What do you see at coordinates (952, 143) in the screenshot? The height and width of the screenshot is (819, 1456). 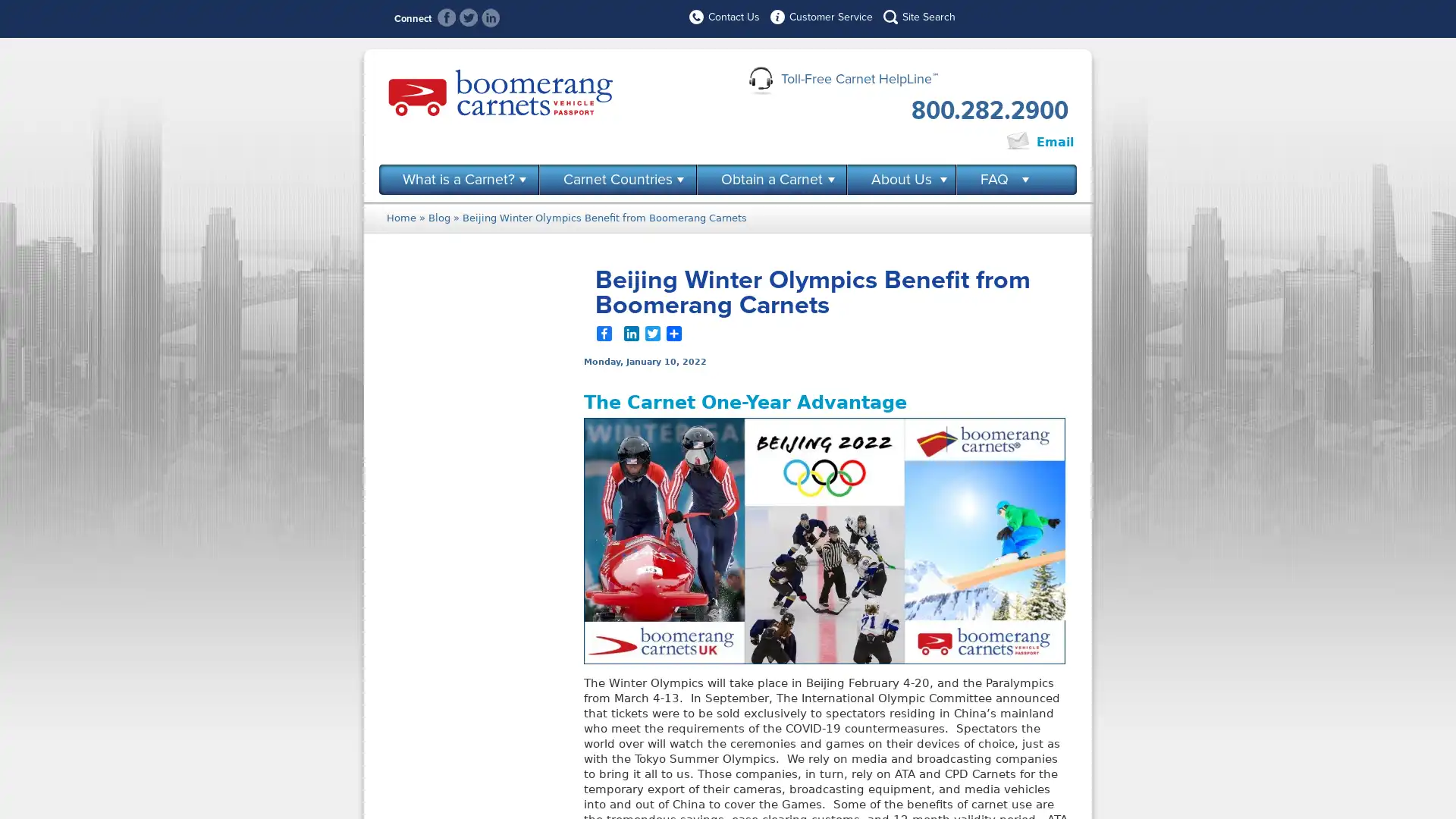 I see `Click to Chat` at bounding box center [952, 143].